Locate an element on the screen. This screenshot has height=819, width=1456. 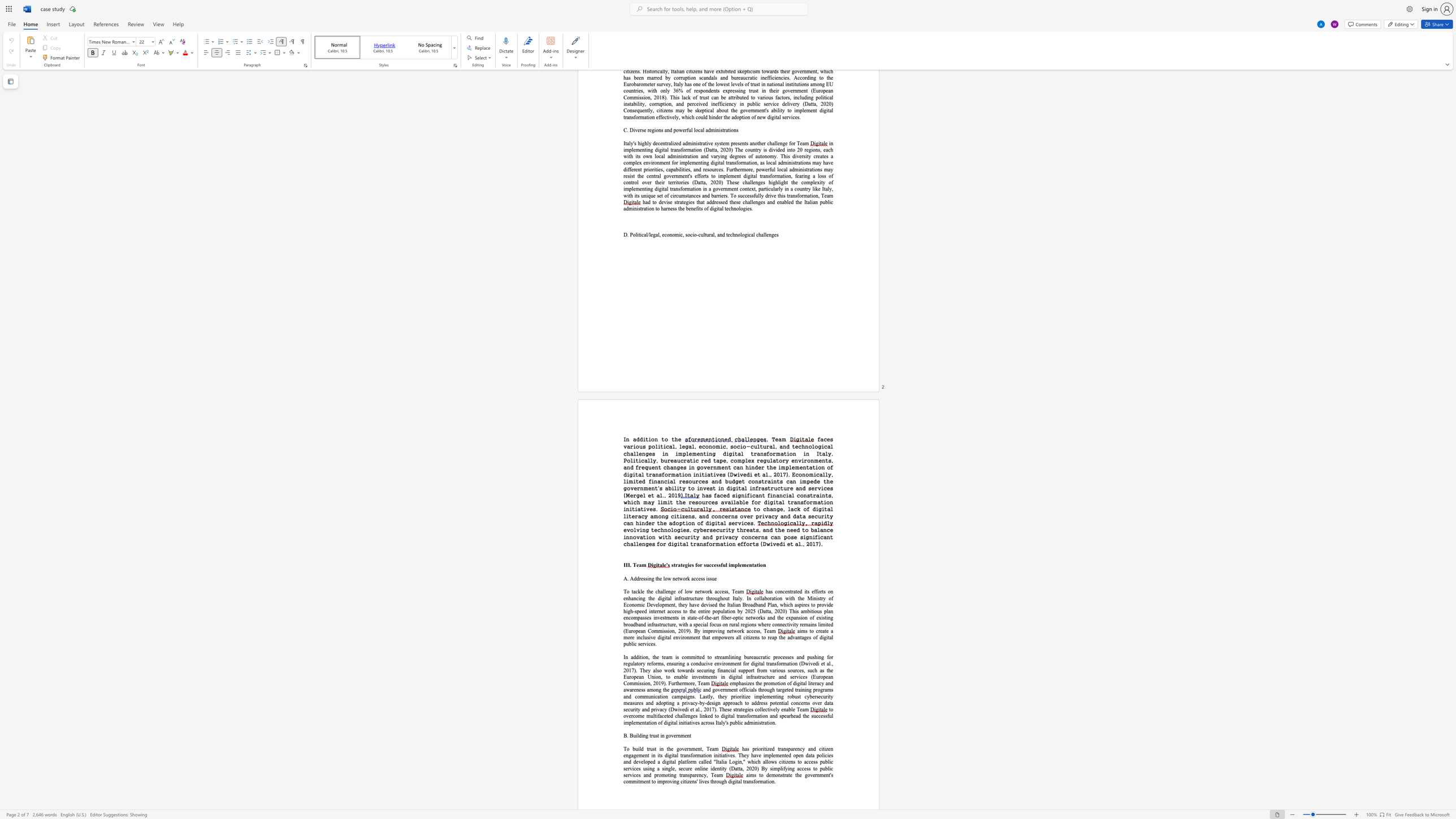
the subset text "ore," within the text "In addition, the team is committed to streamlining bureaucratic processes and pushing for regulatory reforms, ensuring a conducive environment for digital transformation (Dwivedi et al., 2017). They also work towards securing financial support from various sources, such as the European Union, to enable investments in digital infrastructure and services (European Commission, 2019). Furthermore, Team" is located at coordinates (687, 683).